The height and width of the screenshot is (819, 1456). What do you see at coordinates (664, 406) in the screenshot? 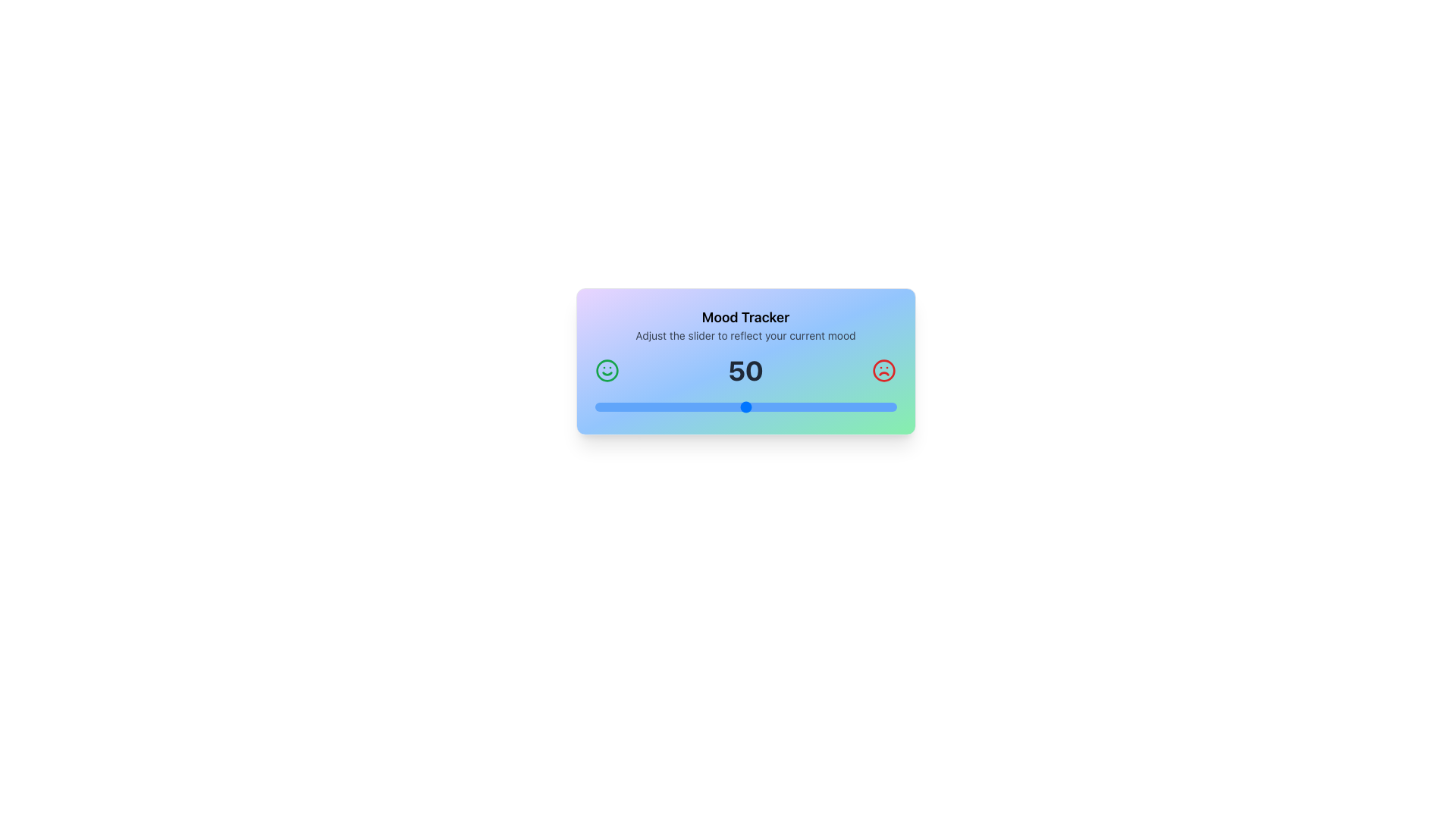
I see `the mood slider value` at bounding box center [664, 406].